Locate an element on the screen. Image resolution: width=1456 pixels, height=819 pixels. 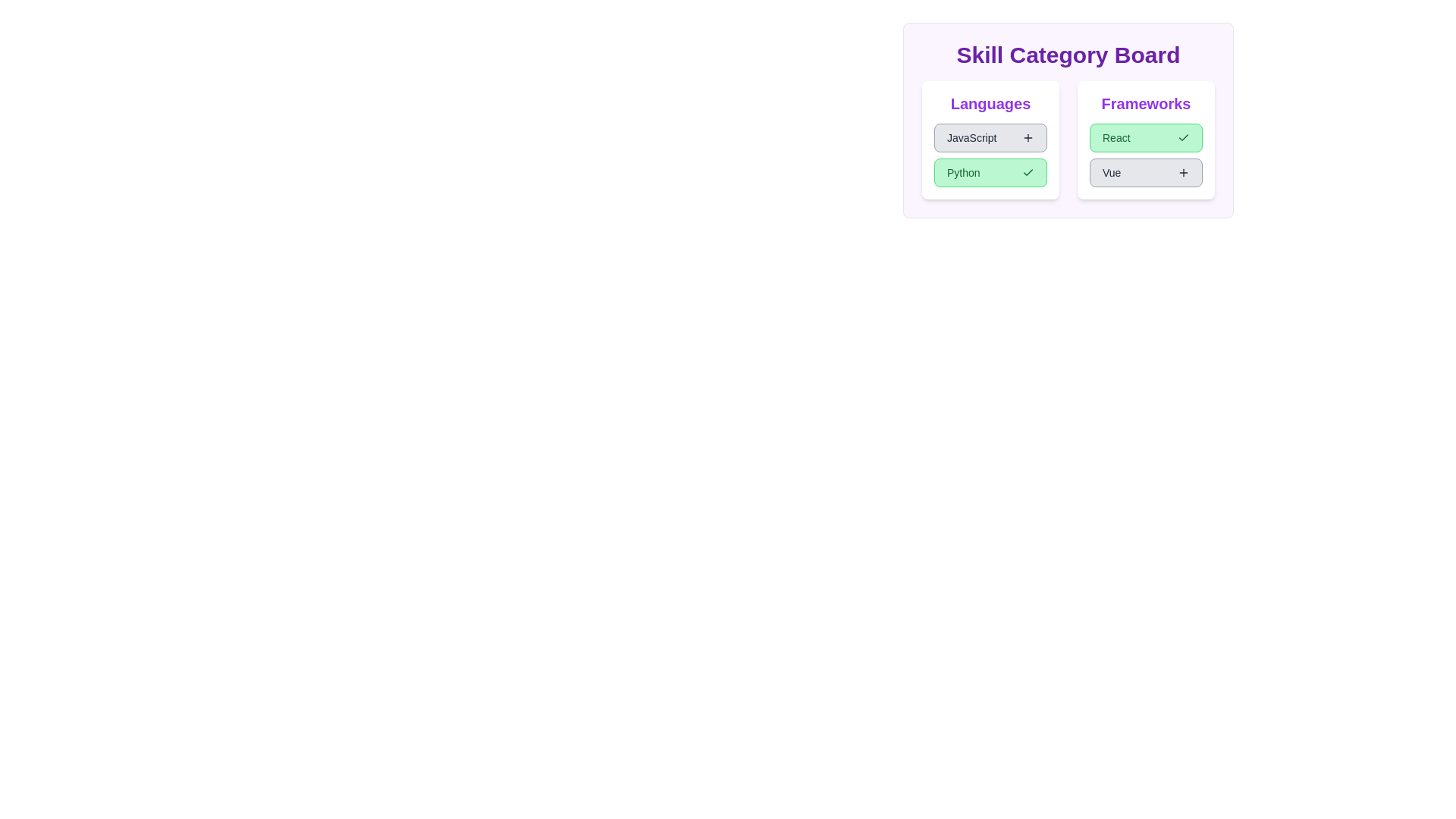
the category header Frameworks to focus on it is located at coordinates (1146, 103).